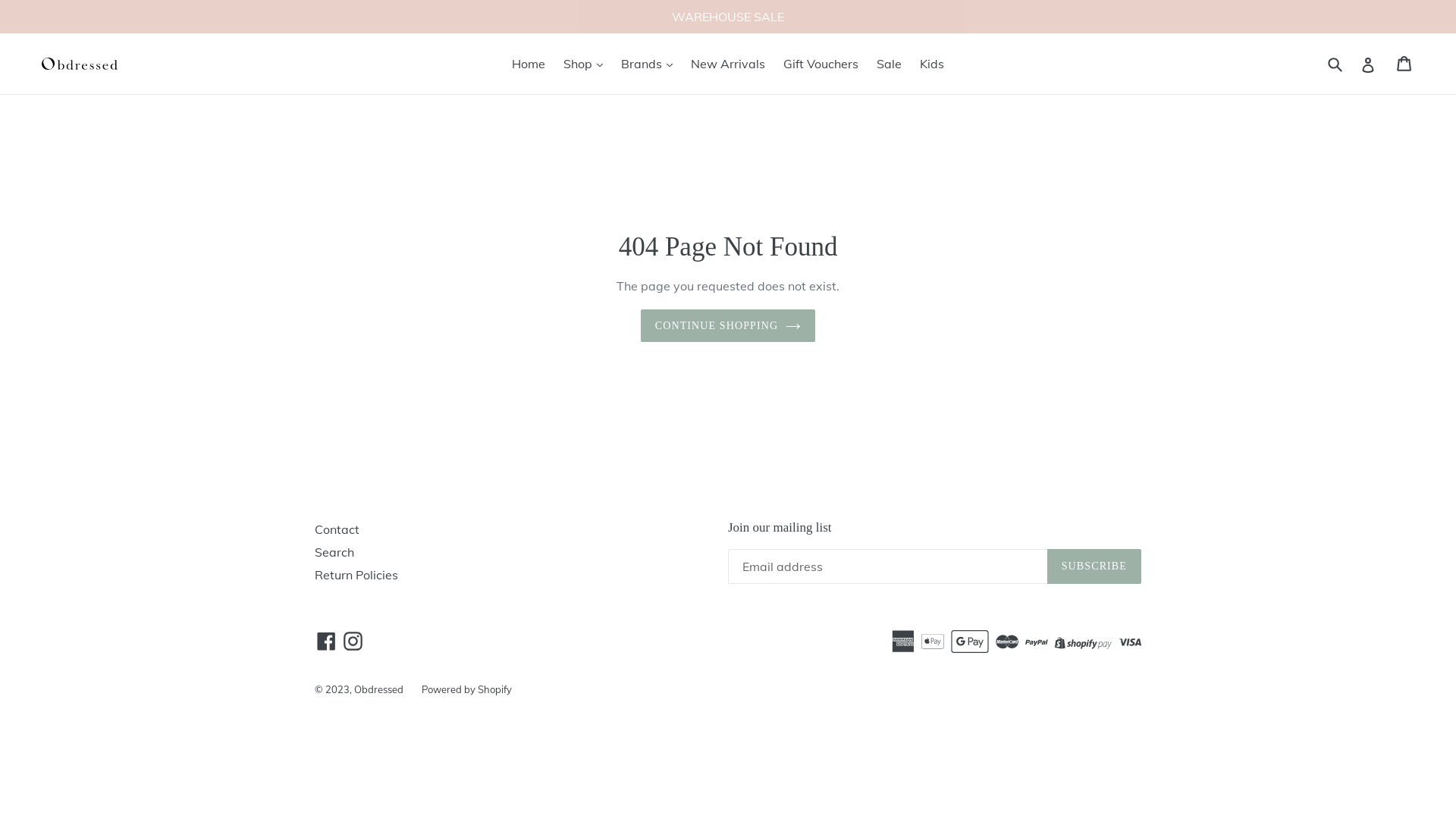  Describe the element at coordinates (336, 529) in the screenshot. I see `'Contact'` at that location.